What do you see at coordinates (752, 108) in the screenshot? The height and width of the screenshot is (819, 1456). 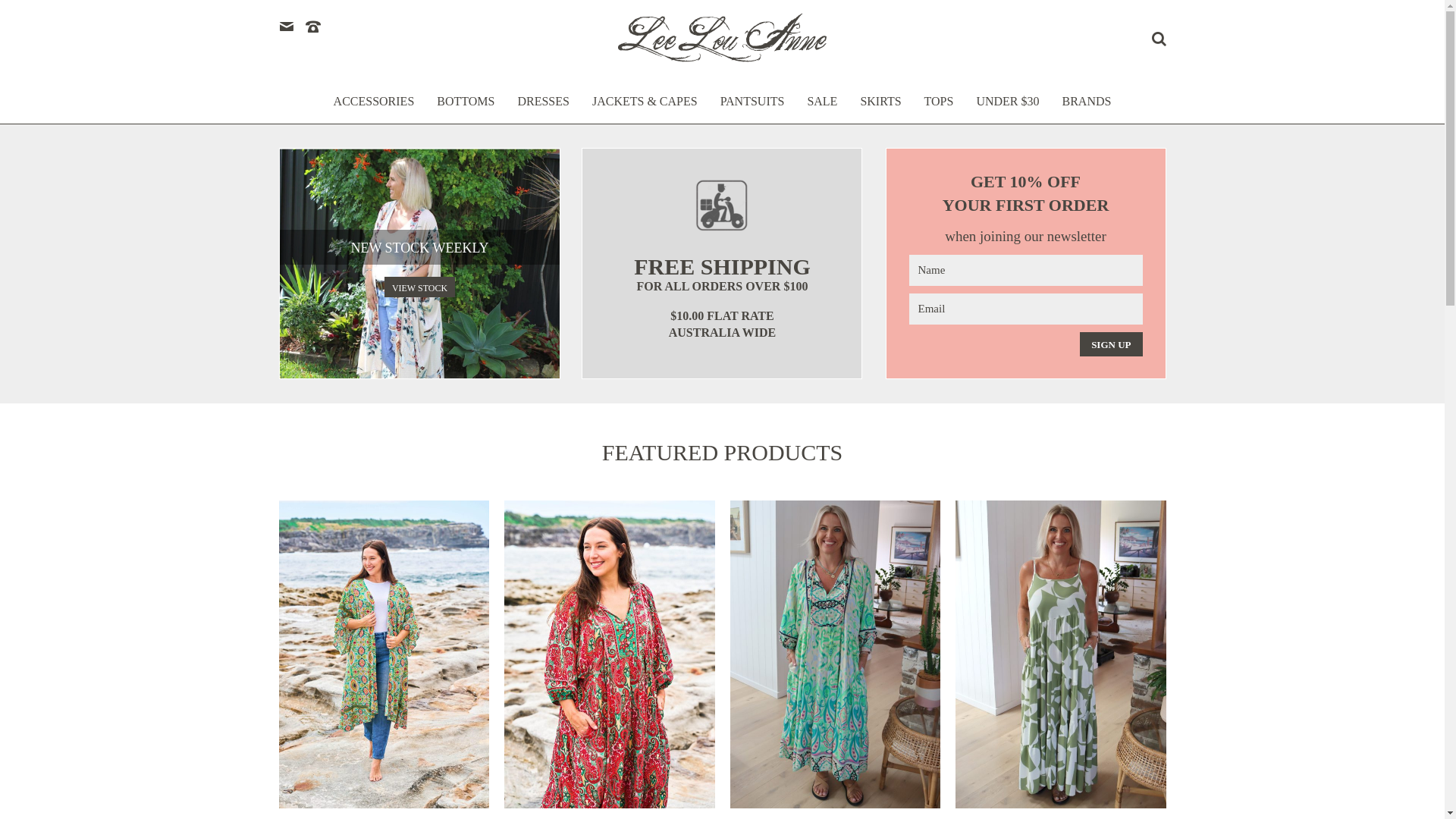 I see `'PANTSUITS'` at bounding box center [752, 108].